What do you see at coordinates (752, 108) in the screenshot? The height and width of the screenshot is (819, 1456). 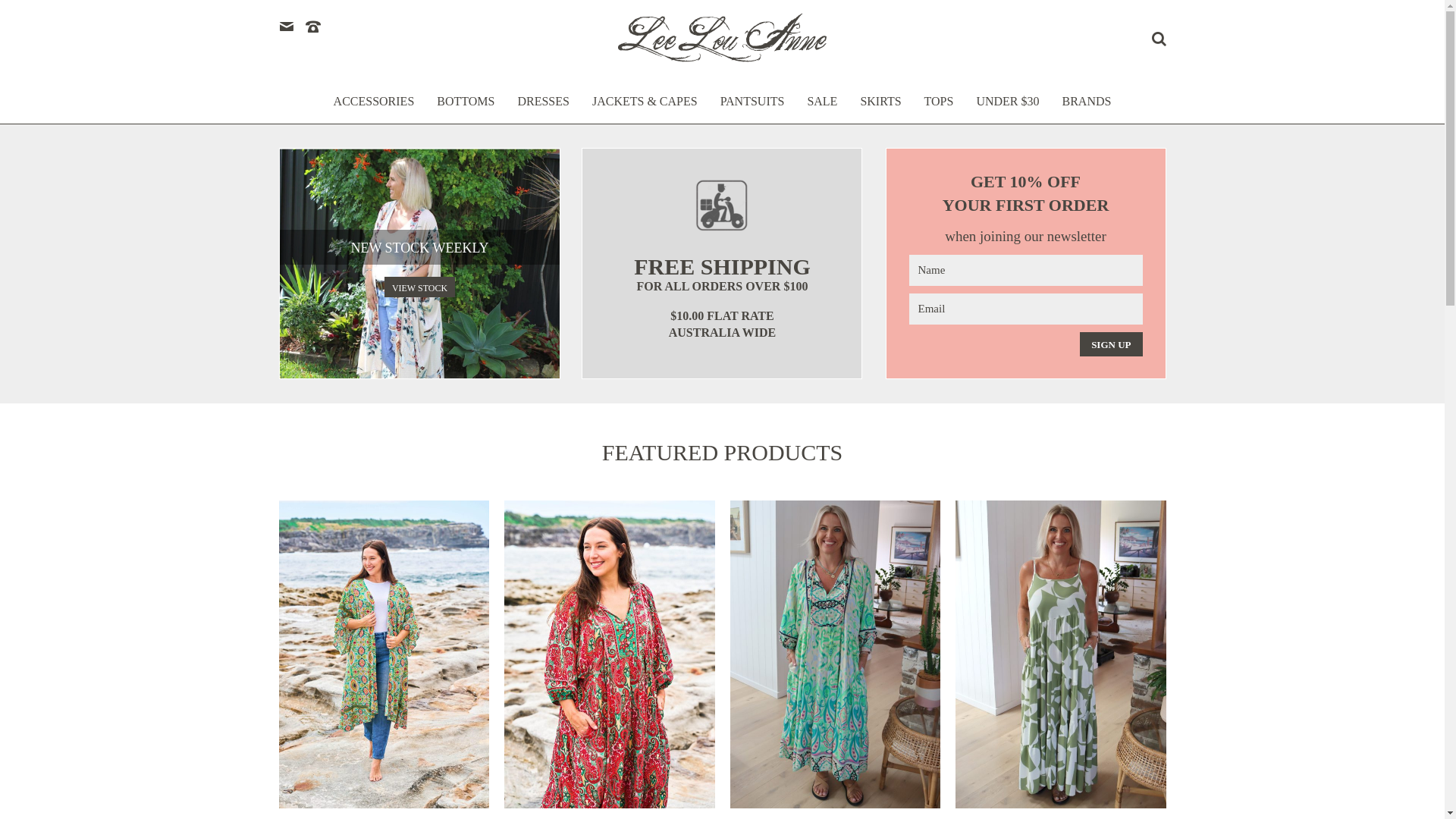 I see `'PANTSUITS'` at bounding box center [752, 108].